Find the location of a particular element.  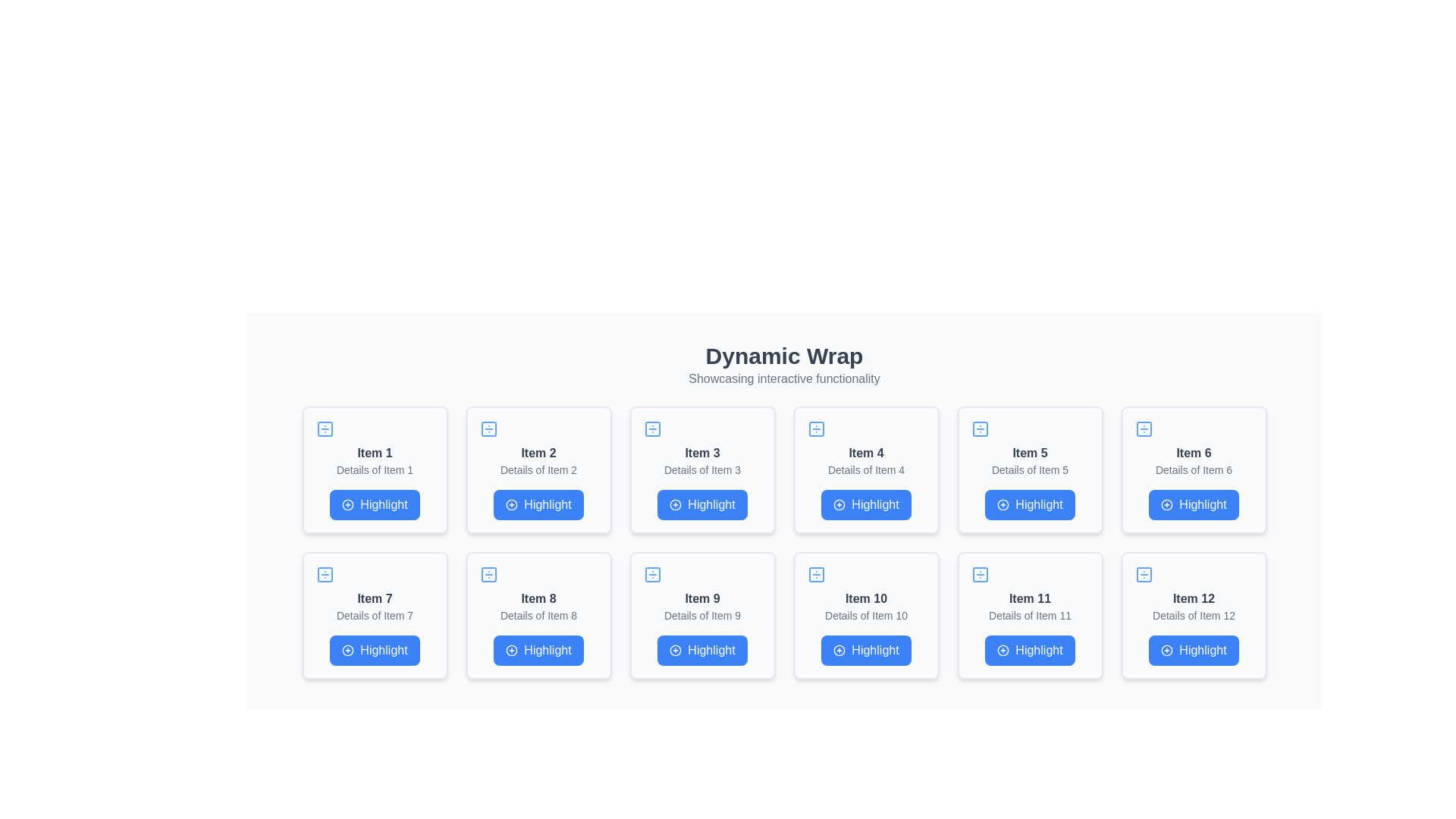

the icon or visual indicator located at the top-left corner of the 'Item 3' card in the first row and third column of the grid layout is located at coordinates (652, 429).